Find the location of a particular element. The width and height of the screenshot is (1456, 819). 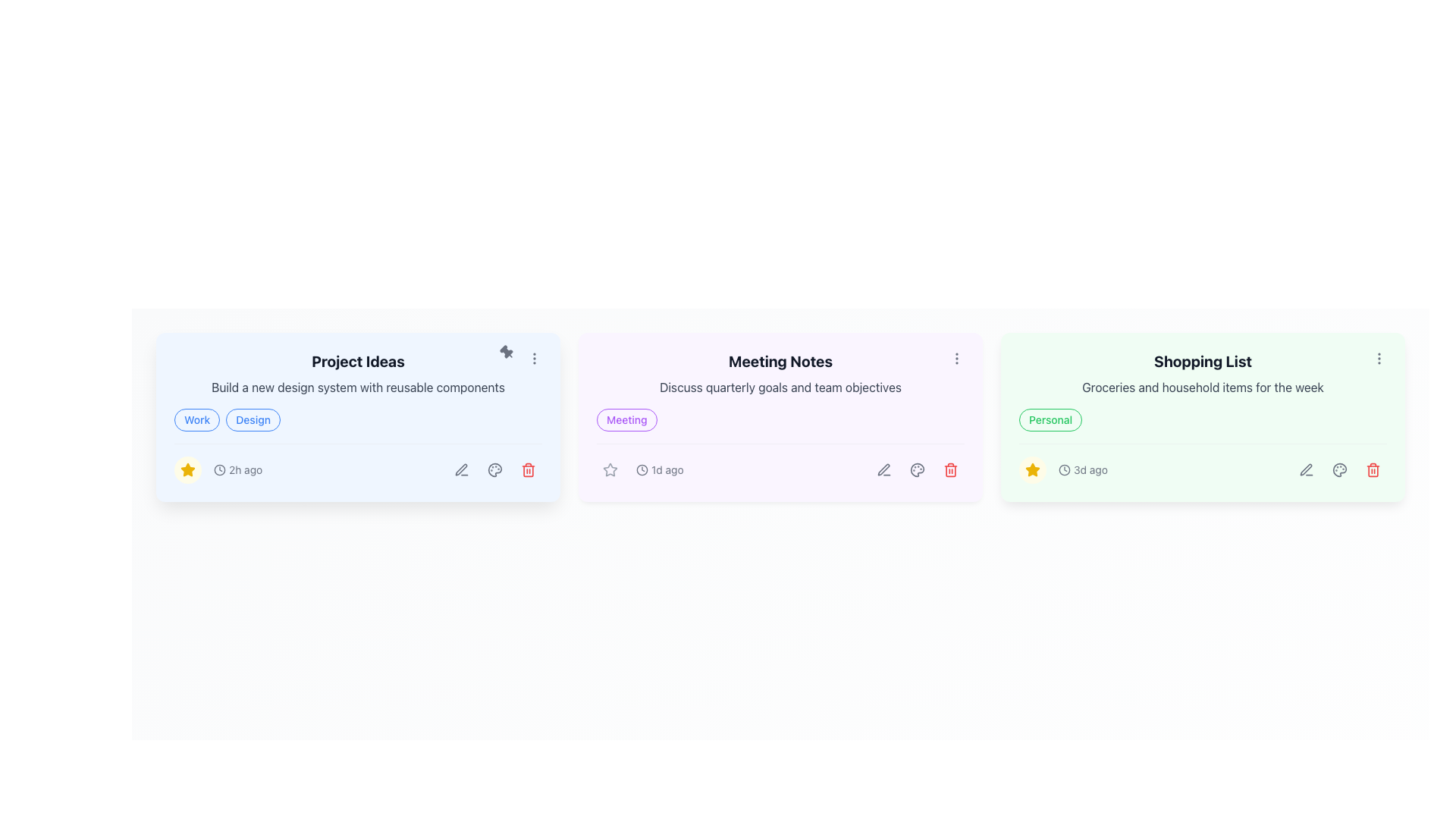

the Timestamp display located in the bottom-left corner of the 'Shopping List' card, next to the star icon is located at coordinates (1062, 469).